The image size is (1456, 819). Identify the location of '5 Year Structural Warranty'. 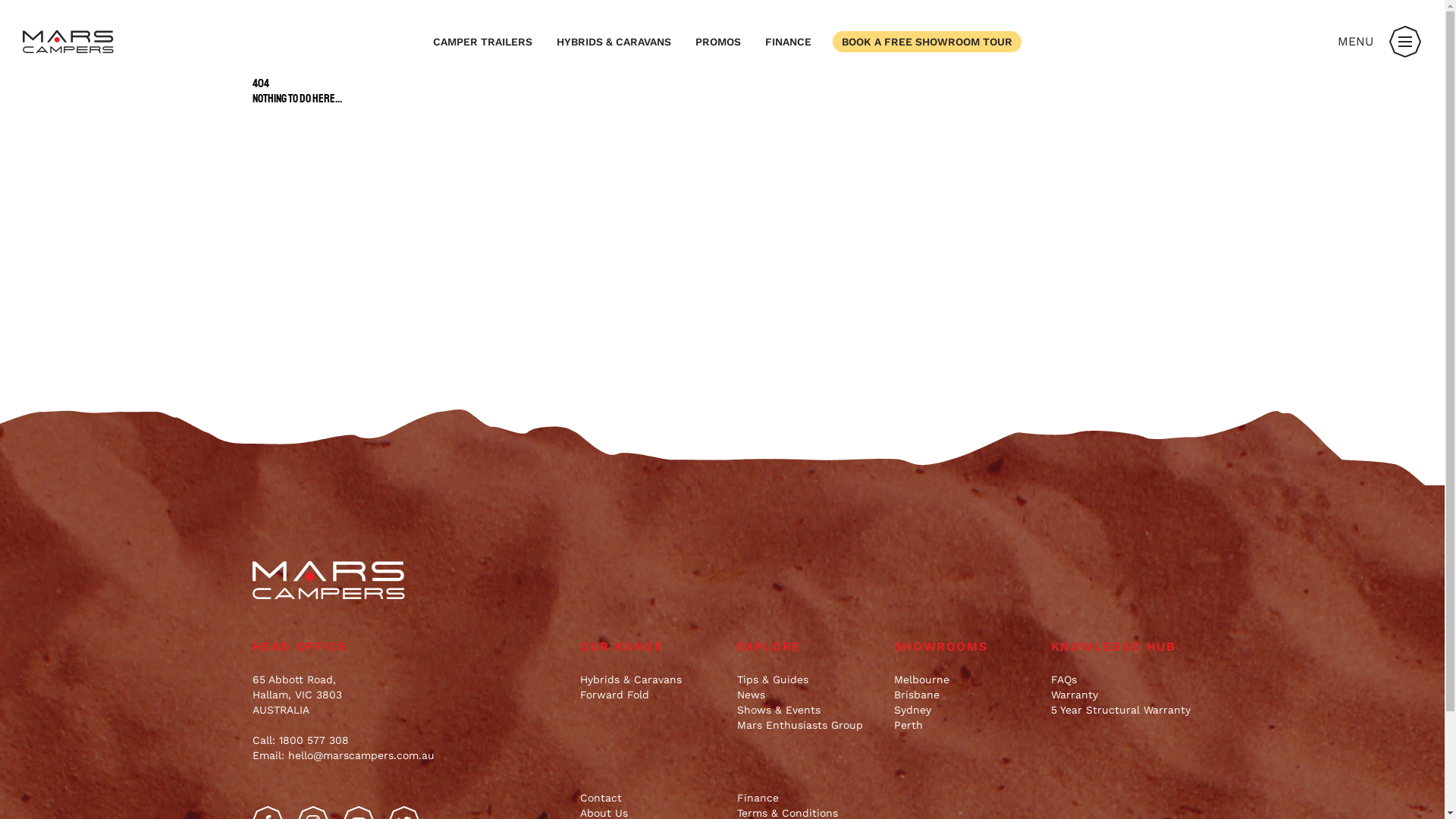
(1122, 710).